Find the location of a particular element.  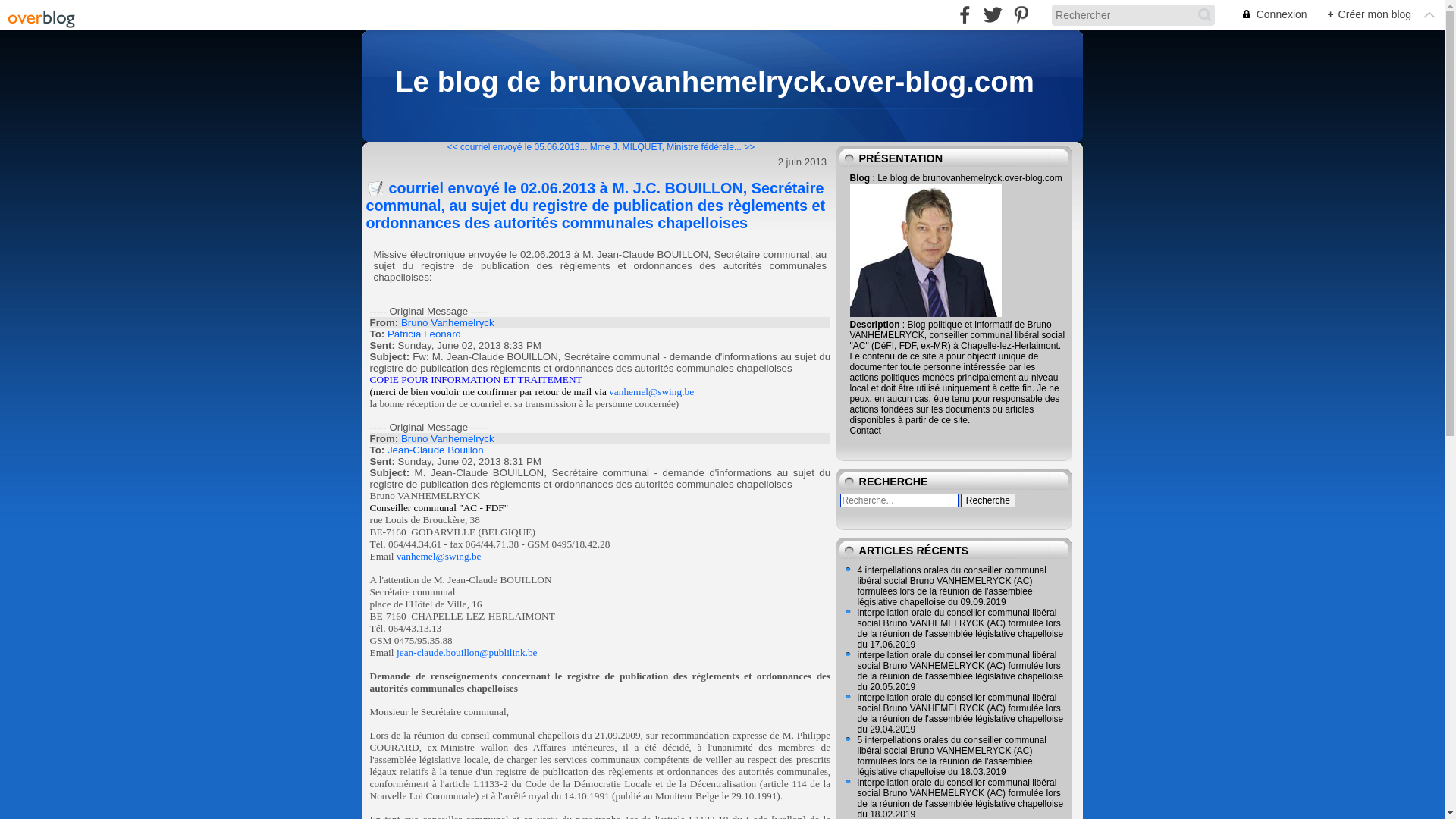

'Jean-Claude Bouillon' is located at coordinates (435, 449).